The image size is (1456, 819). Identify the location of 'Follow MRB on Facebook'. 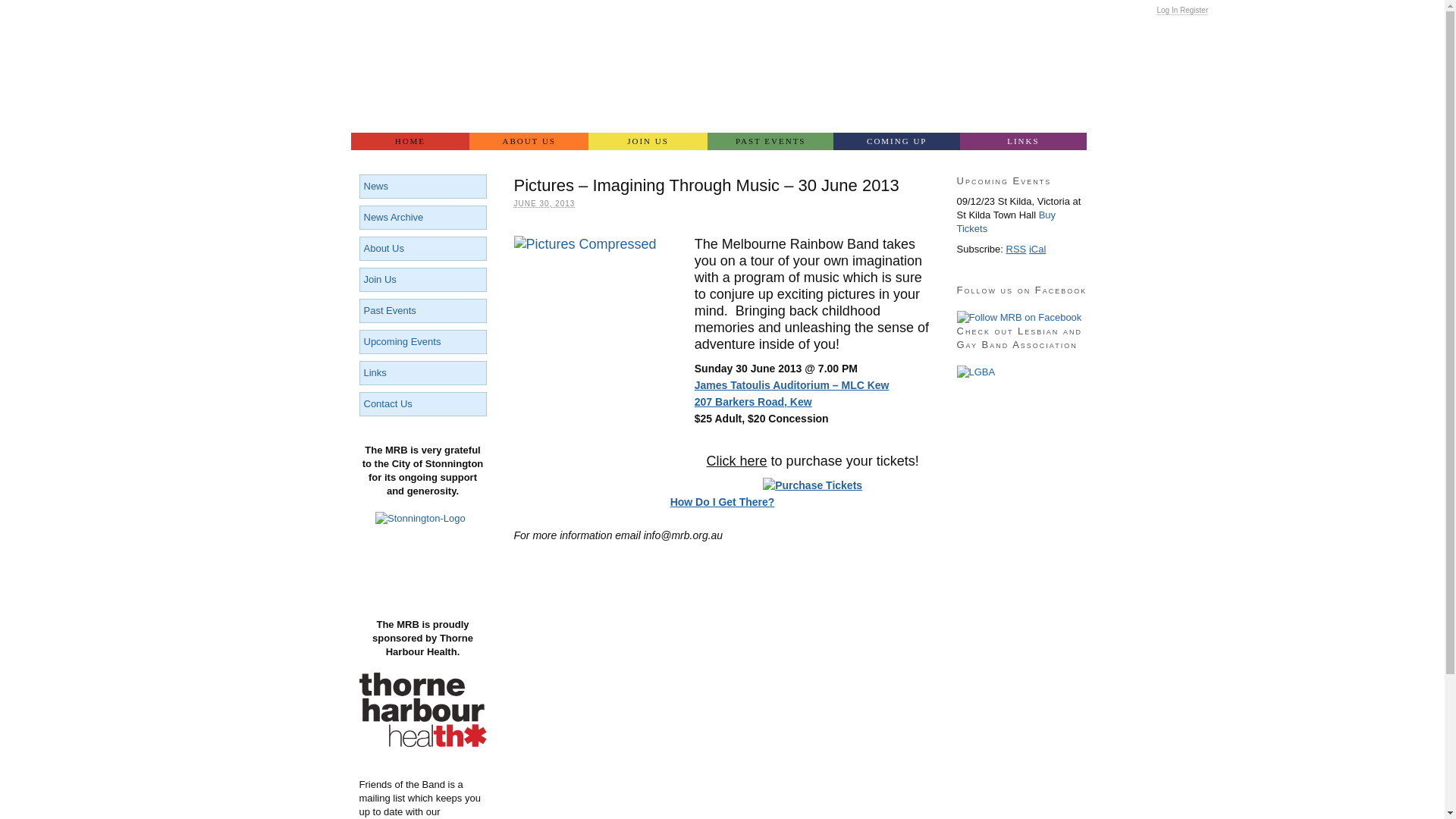
(1019, 317).